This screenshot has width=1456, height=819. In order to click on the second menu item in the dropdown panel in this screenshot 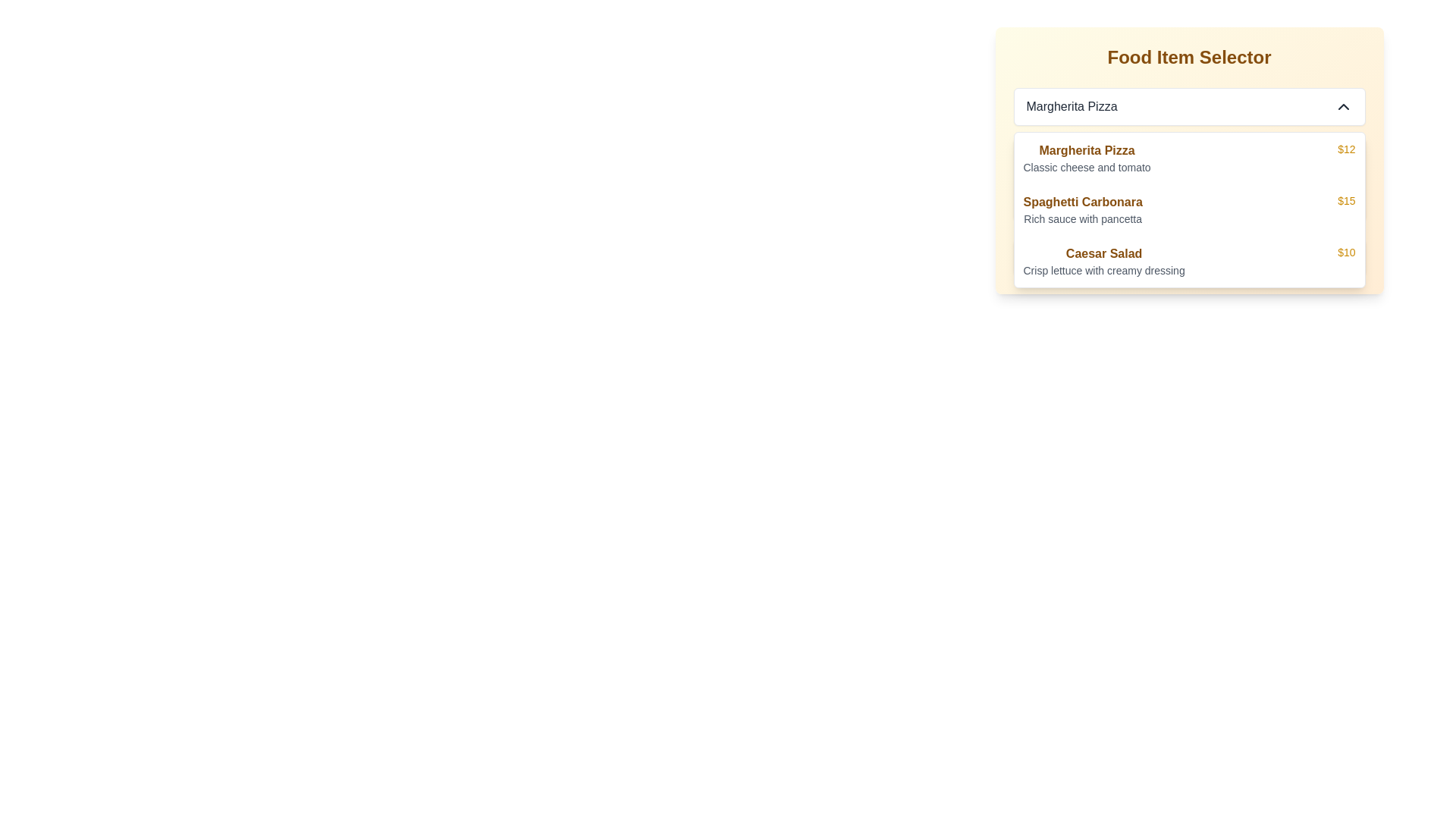, I will do `click(1188, 210)`.